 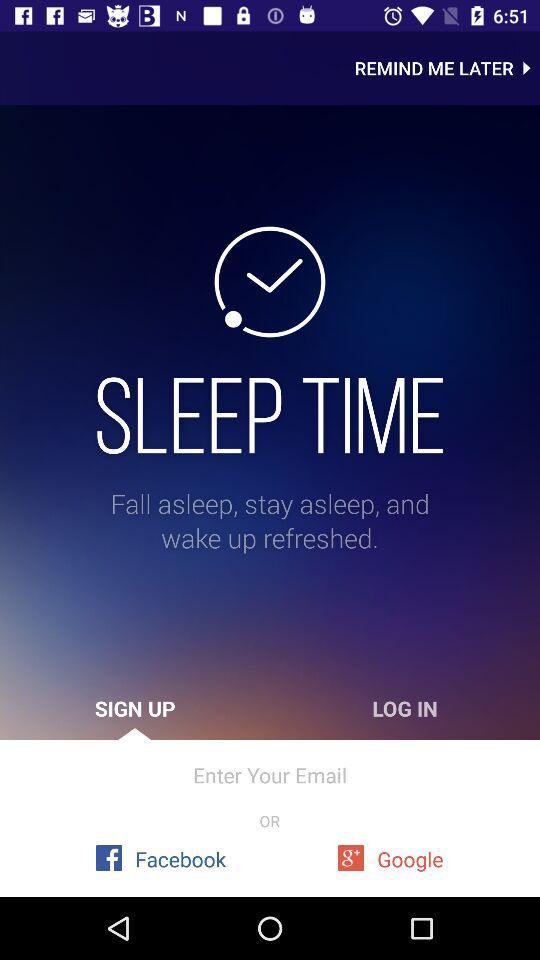 I want to click on item at the top right corner, so click(x=447, y=68).